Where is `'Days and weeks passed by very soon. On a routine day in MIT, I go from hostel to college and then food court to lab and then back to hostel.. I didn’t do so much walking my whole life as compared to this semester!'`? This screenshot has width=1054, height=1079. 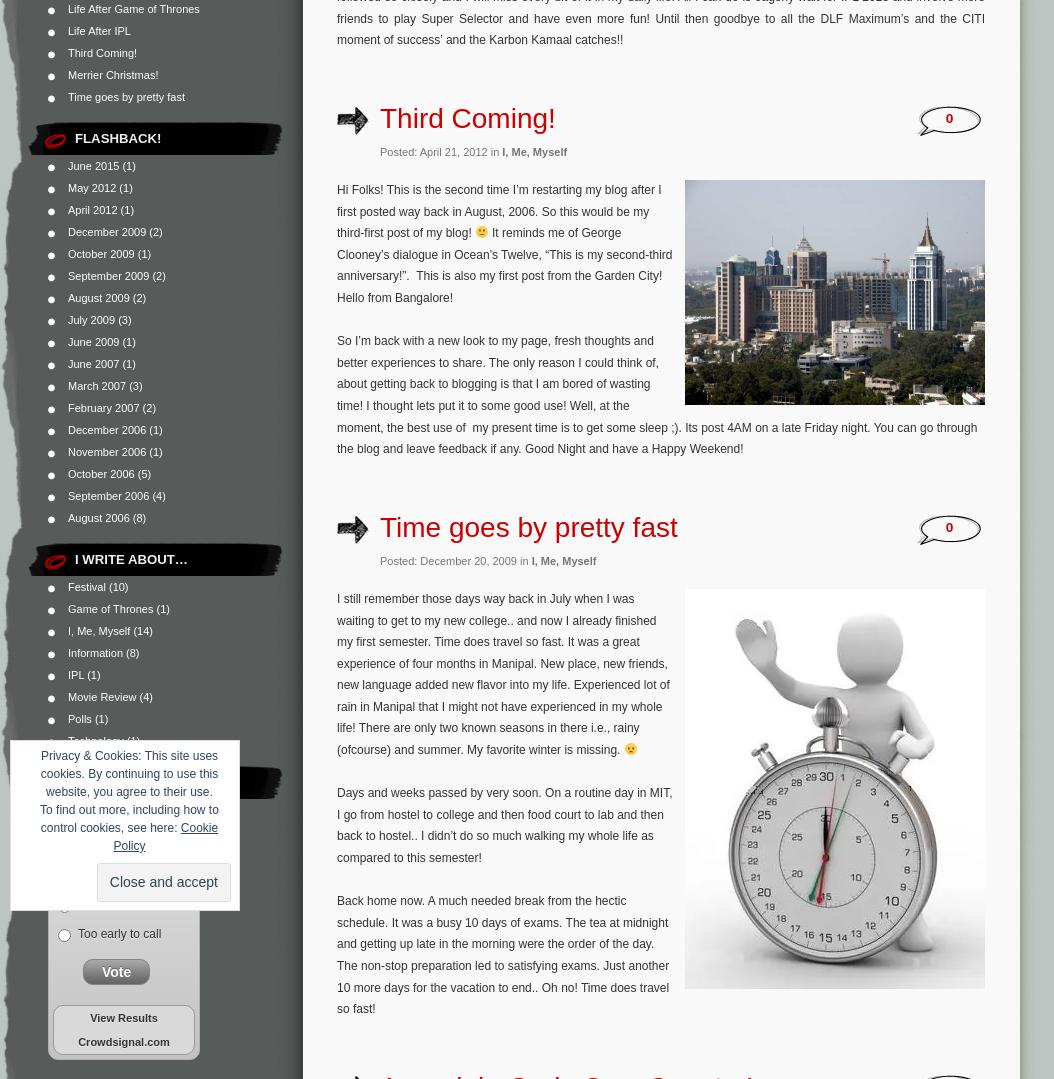 'Days and weeks passed by very soon. On a routine day in MIT, I go from hostel to college and then food court to lab and then back to hostel.. I didn’t do so much walking my whole life as compared to this semester!' is located at coordinates (336, 824).